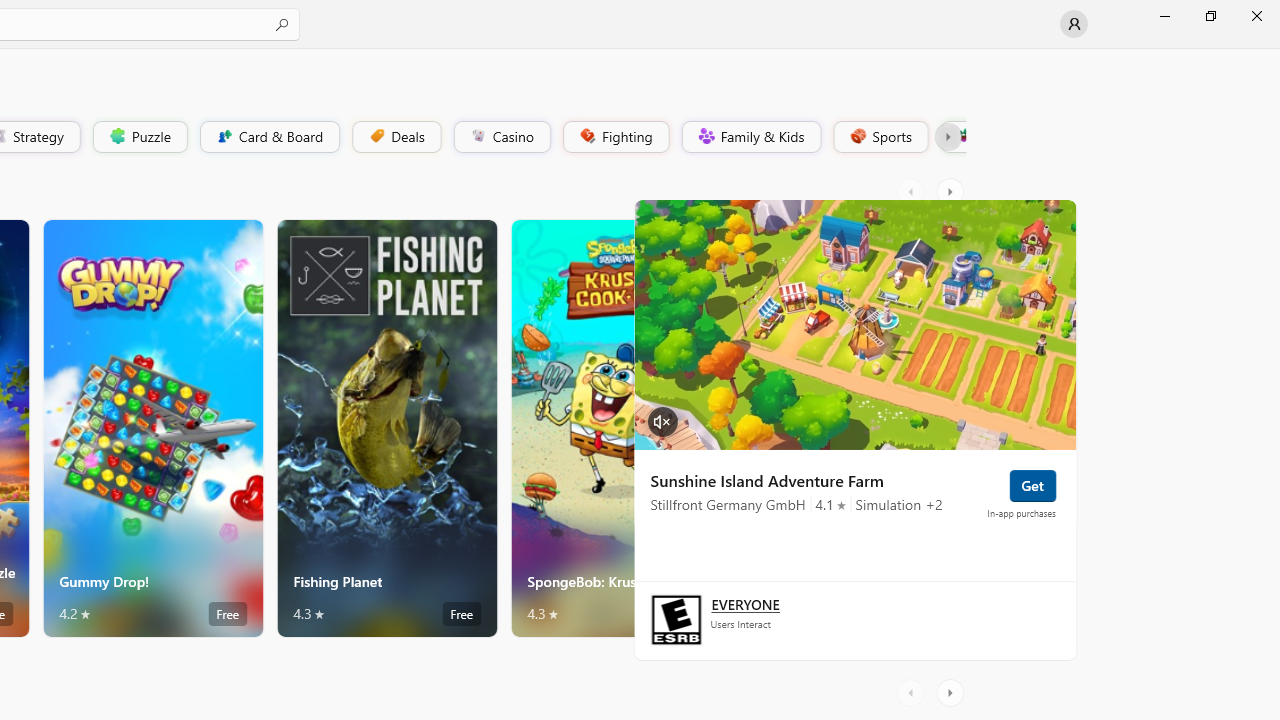 This screenshot has height=720, width=1280. I want to click on 'Platformer', so click(951, 135).